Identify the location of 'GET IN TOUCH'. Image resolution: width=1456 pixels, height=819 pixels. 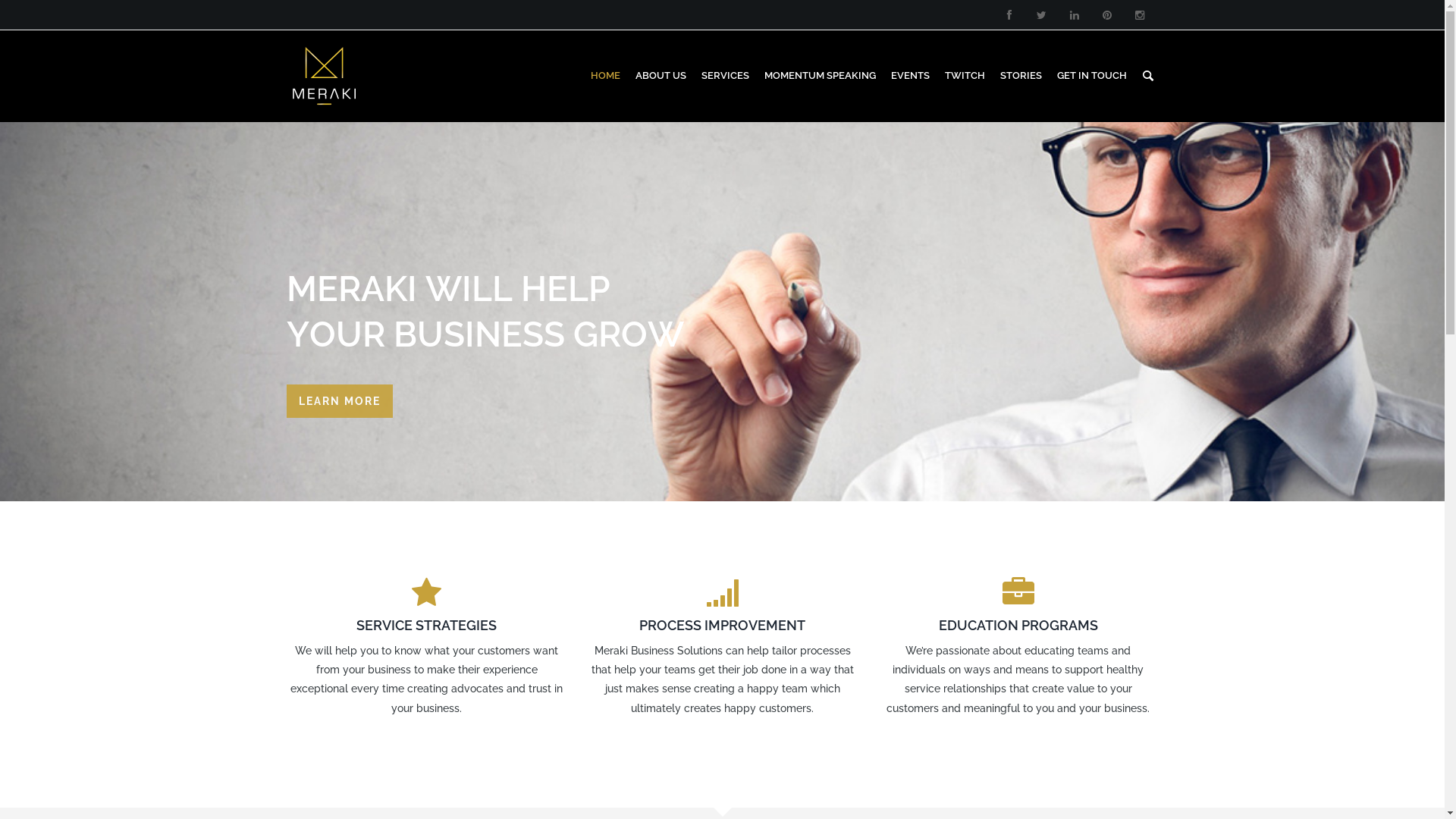
(1056, 76).